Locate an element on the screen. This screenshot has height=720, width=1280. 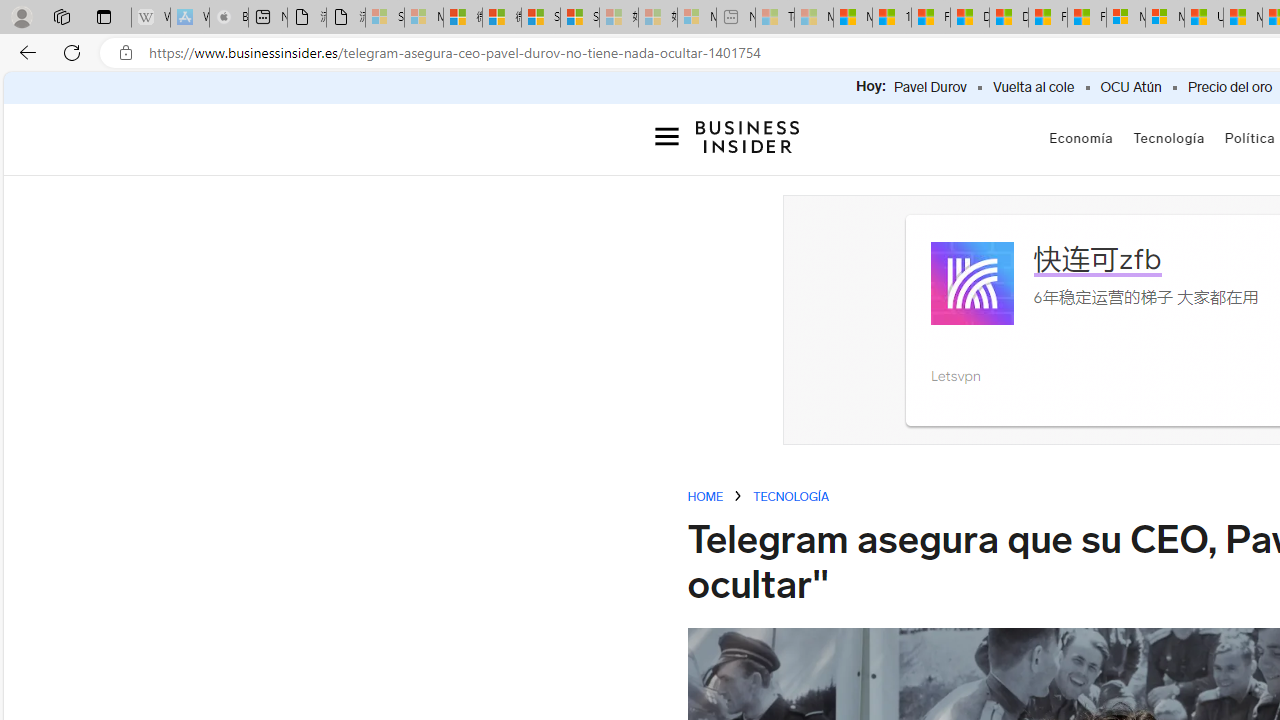
'Drinking tea every day is proven to delay biological aging' is located at coordinates (1008, 17).